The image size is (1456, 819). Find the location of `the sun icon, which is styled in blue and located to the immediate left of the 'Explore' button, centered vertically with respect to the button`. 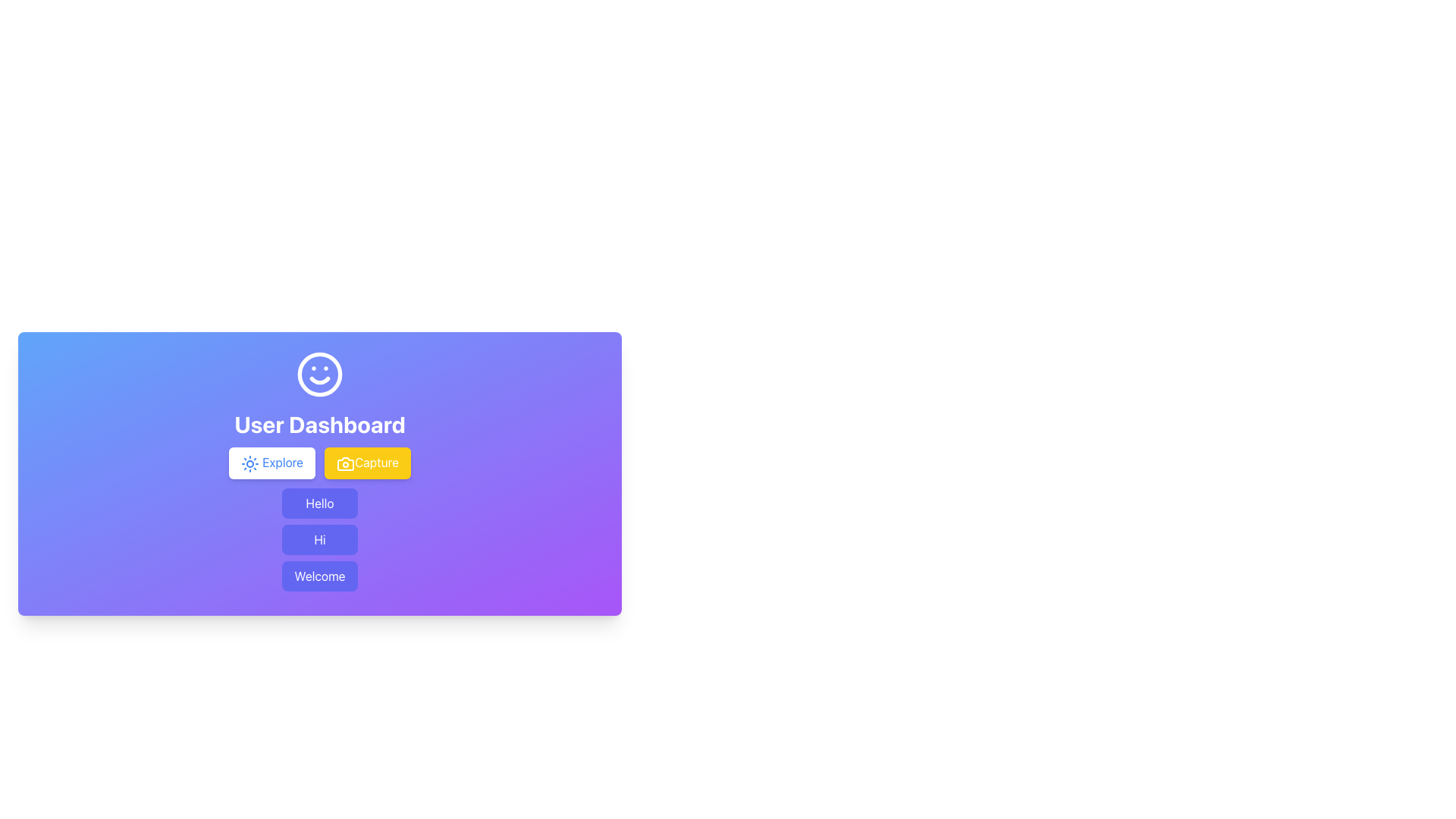

the sun icon, which is styled in blue and located to the immediate left of the 'Explore' button, centered vertically with respect to the button is located at coordinates (249, 463).